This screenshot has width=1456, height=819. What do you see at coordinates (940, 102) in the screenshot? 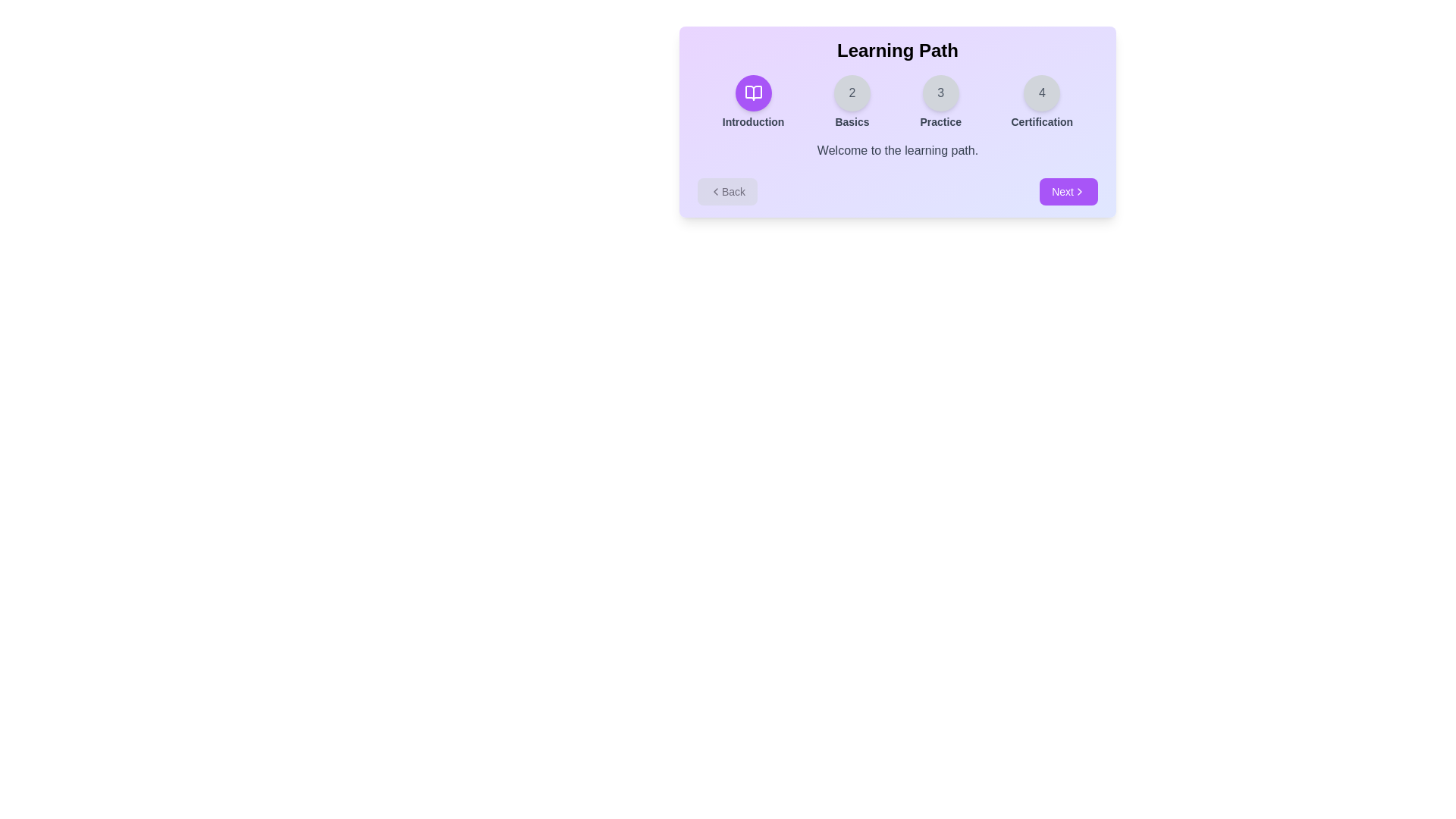
I see `the step indicator for Practice` at bounding box center [940, 102].